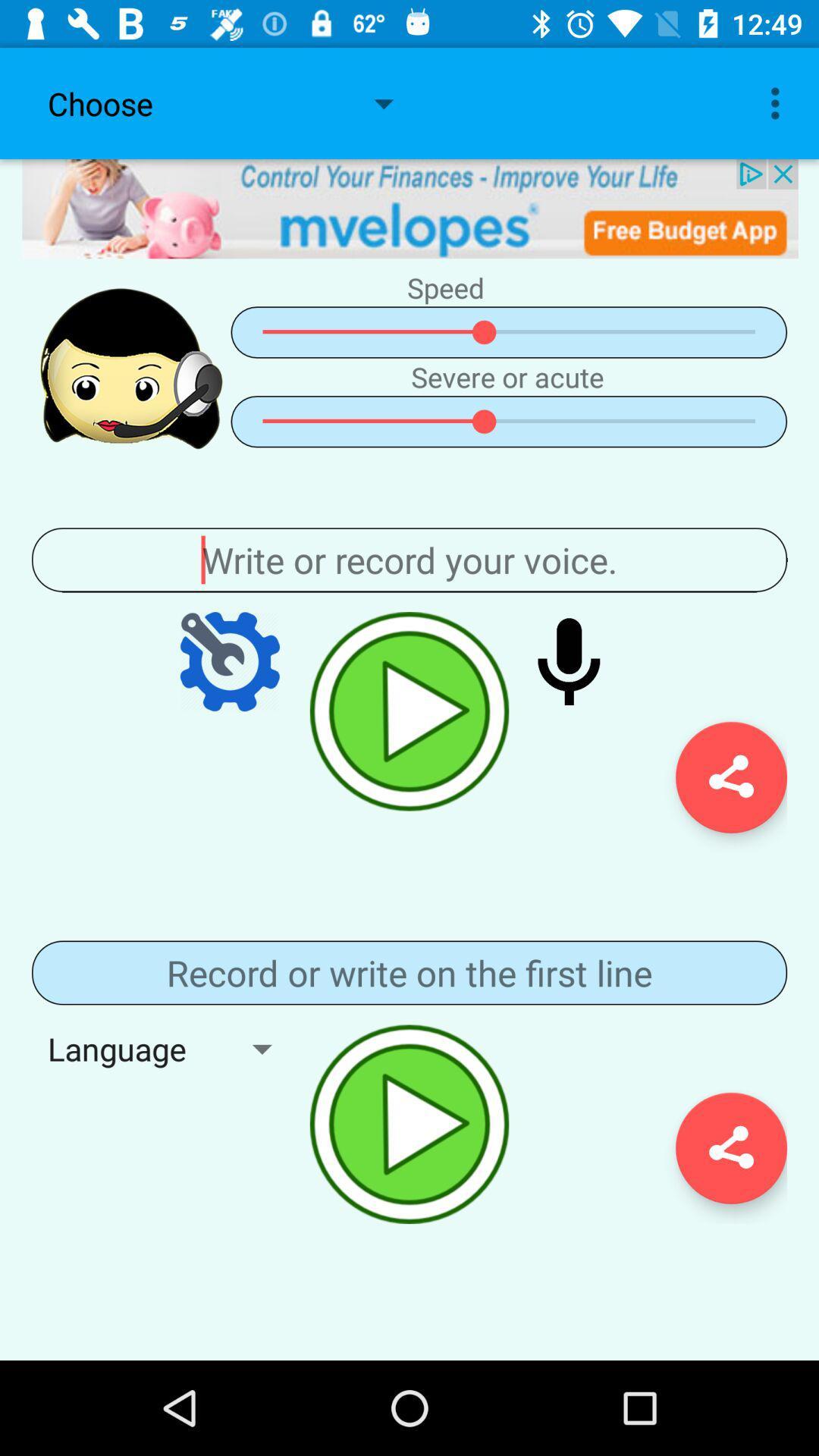  What do you see at coordinates (730, 777) in the screenshot?
I see `share the app` at bounding box center [730, 777].